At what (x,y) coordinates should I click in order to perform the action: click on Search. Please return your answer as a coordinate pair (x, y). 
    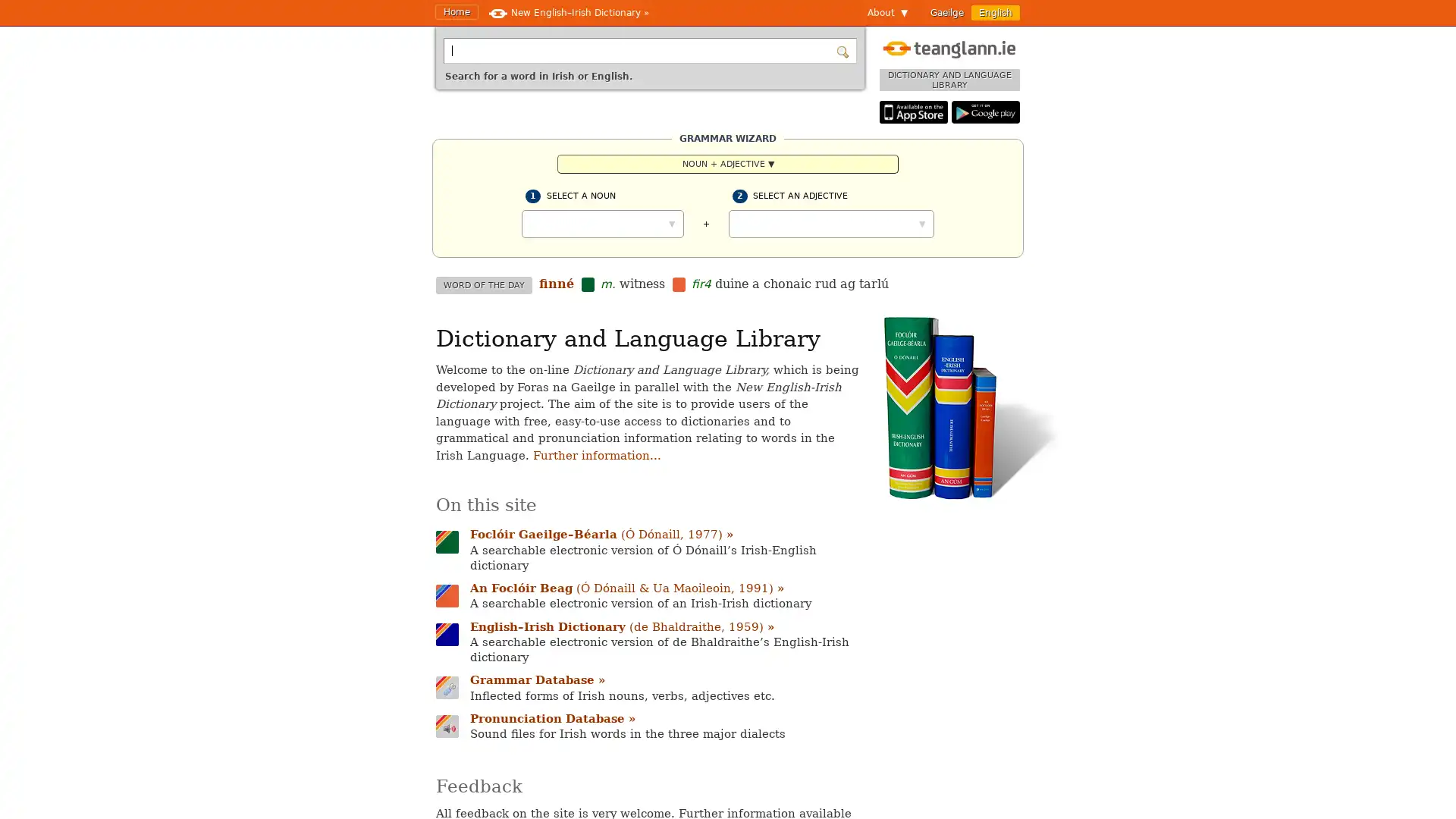
    Looking at the image, I should click on (843, 49).